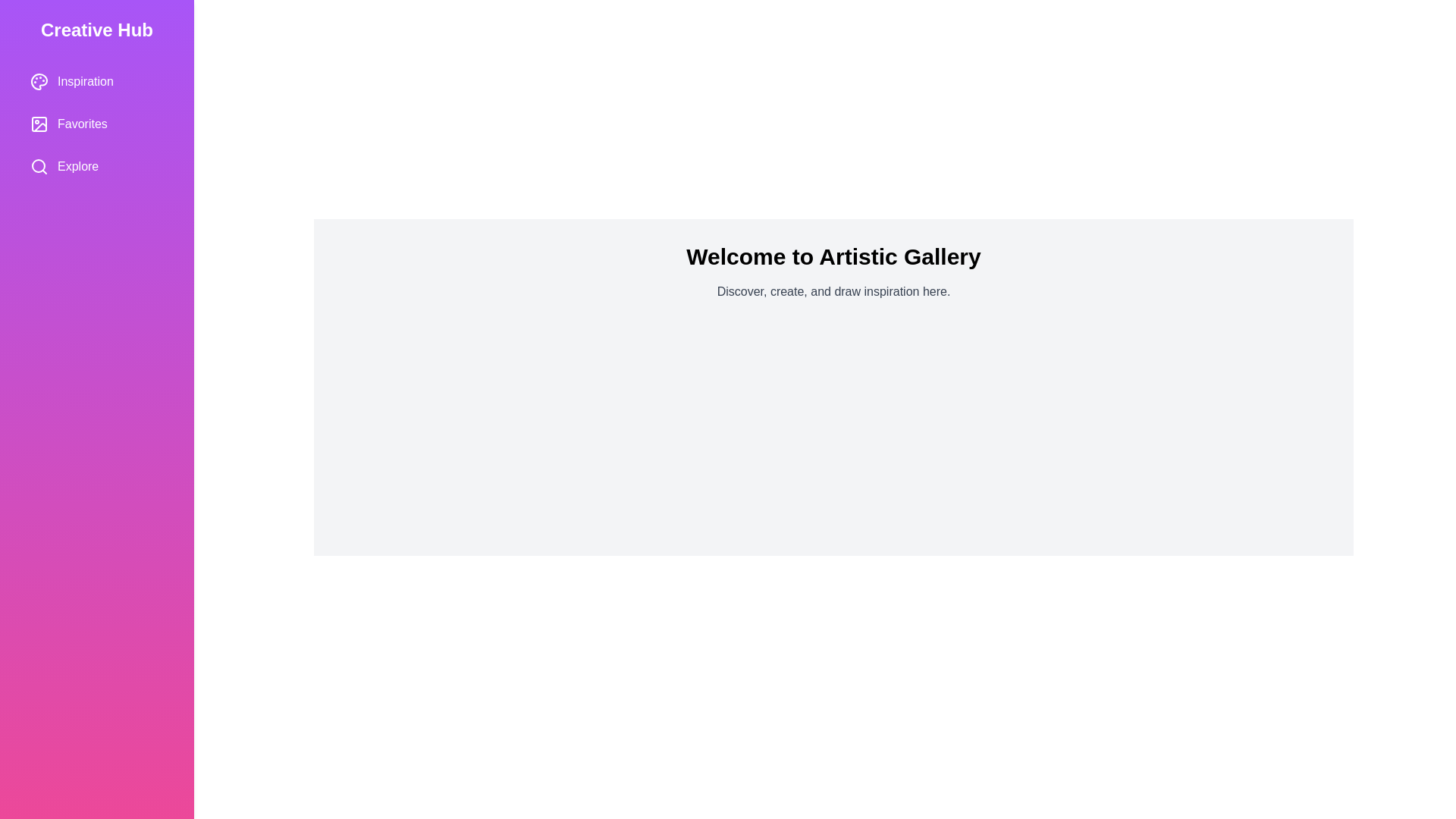 The width and height of the screenshot is (1456, 819). Describe the element at coordinates (96, 166) in the screenshot. I see `the category Explore from the menu` at that location.